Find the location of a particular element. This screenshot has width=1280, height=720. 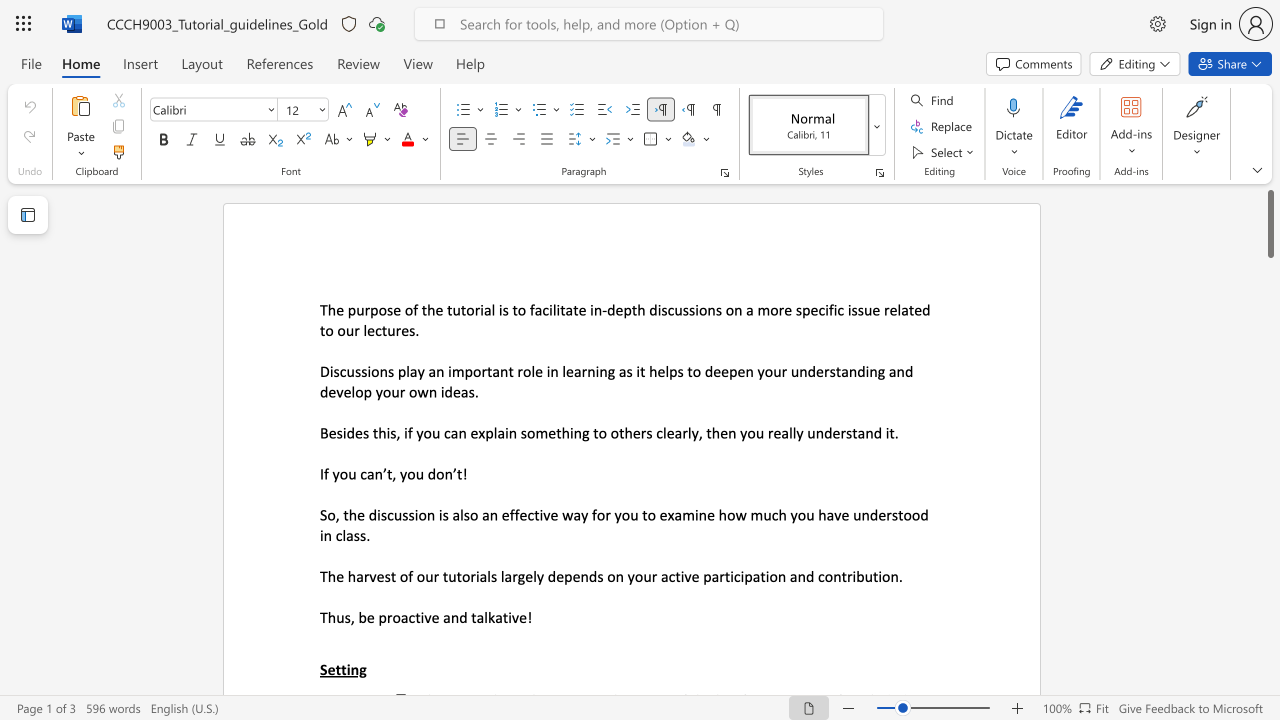

the scrollbar to scroll downward is located at coordinates (1269, 650).